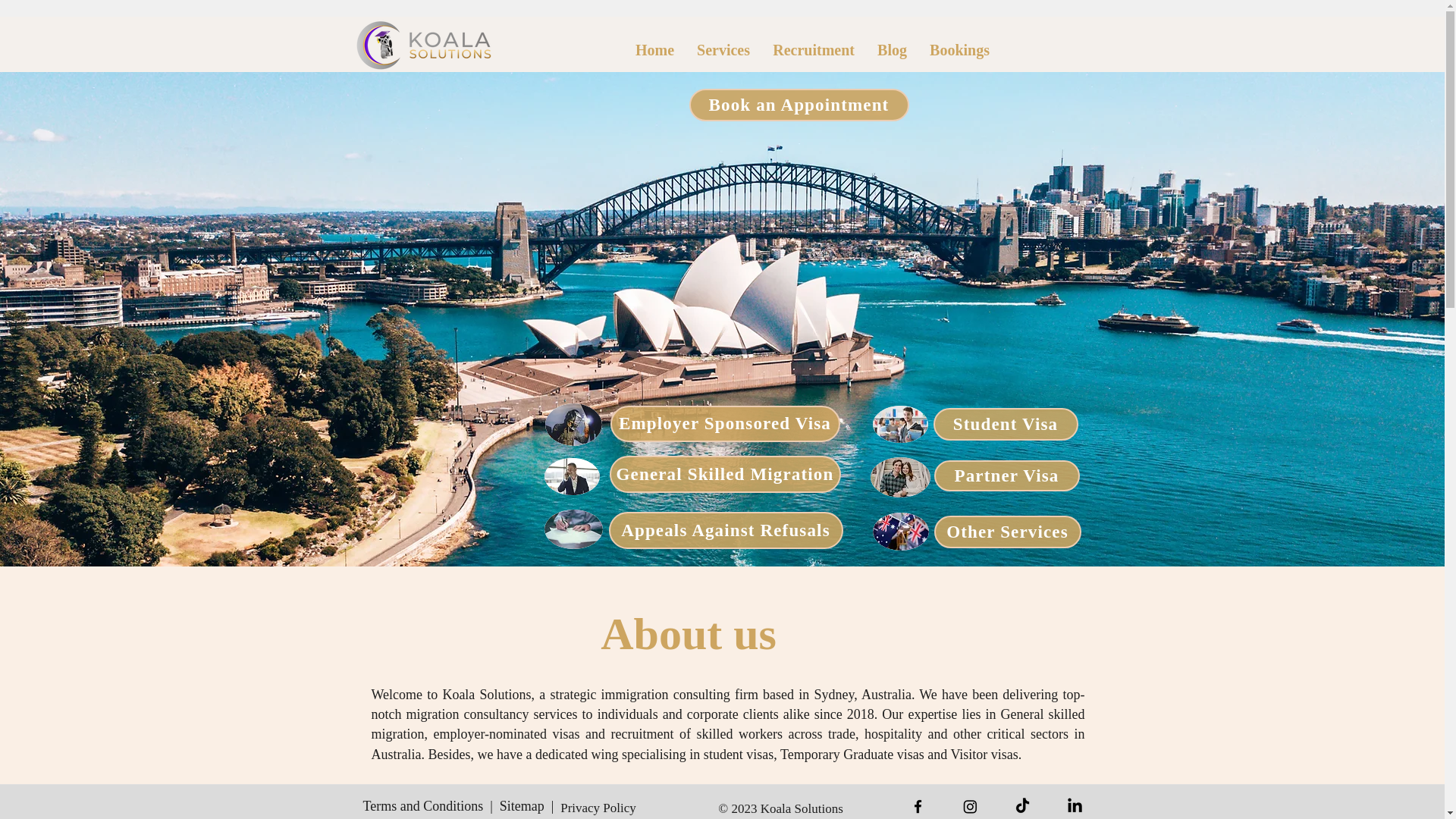 The height and width of the screenshot is (819, 1456). What do you see at coordinates (1007, 475) in the screenshot?
I see `'Partner Visa'` at bounding box center [1007, 475].